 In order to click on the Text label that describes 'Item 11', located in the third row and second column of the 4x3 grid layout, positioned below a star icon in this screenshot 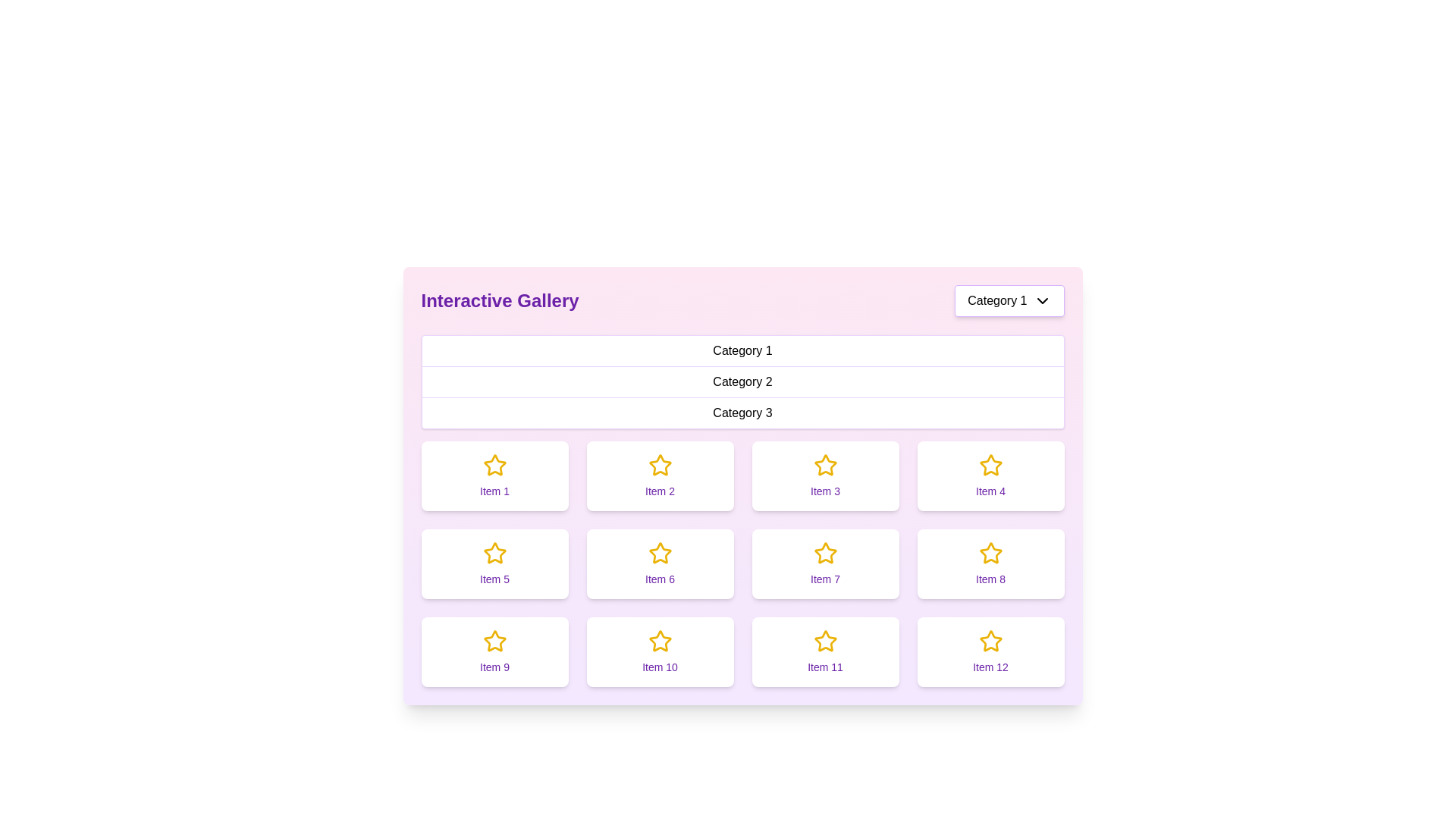, I will do `click(824, 666)`.